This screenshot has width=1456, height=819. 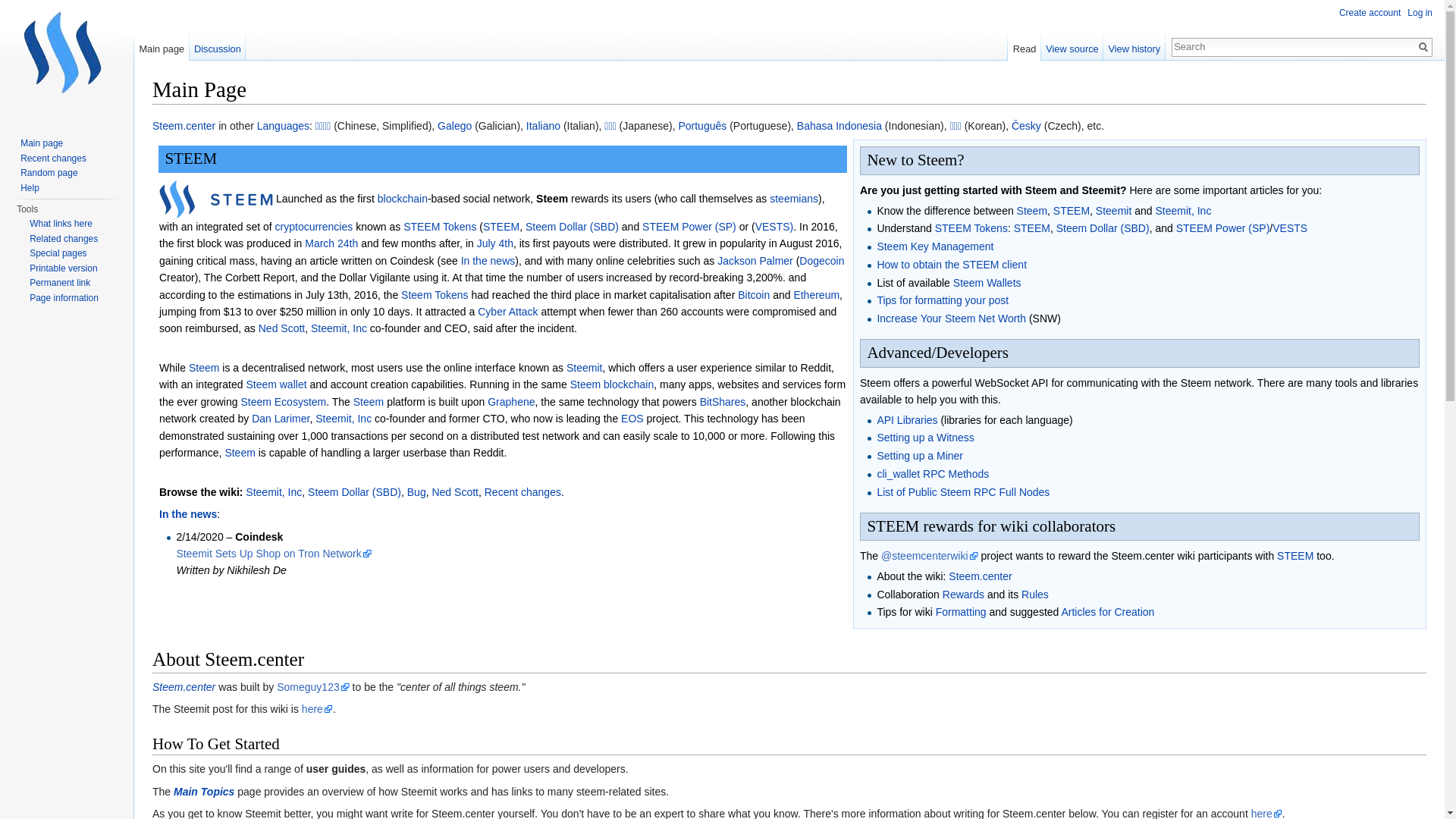 What do you see at coordinates (632, 418) in the screenshot?
I see `'EOS'` at bounding box center [632, 418].